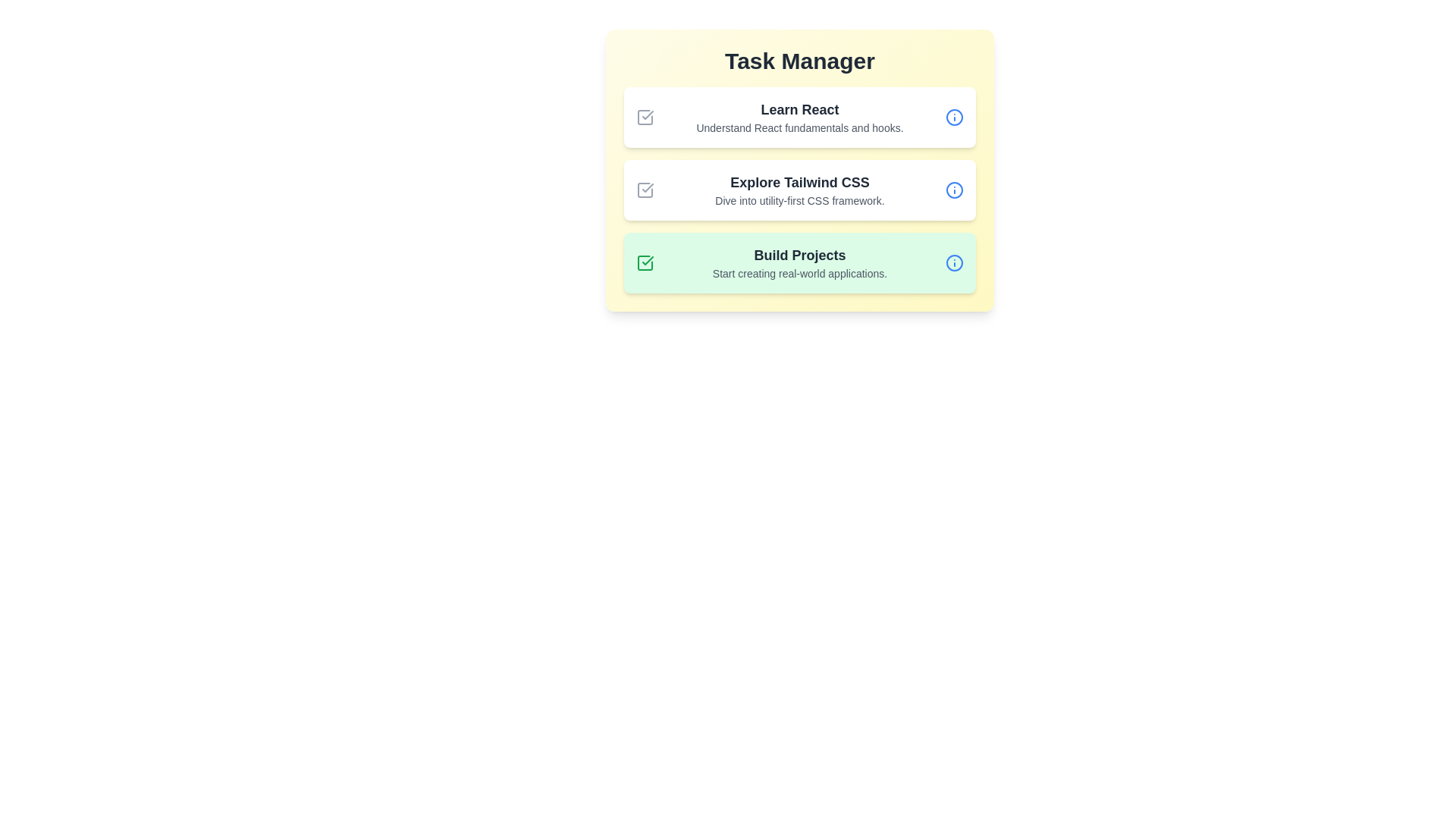 The height and width of the screenshot is (819, 1456). Describe the element at coordinates (799, 254) in the screenshot. I see `the title of the task Build Projects to focus on it` at that location.